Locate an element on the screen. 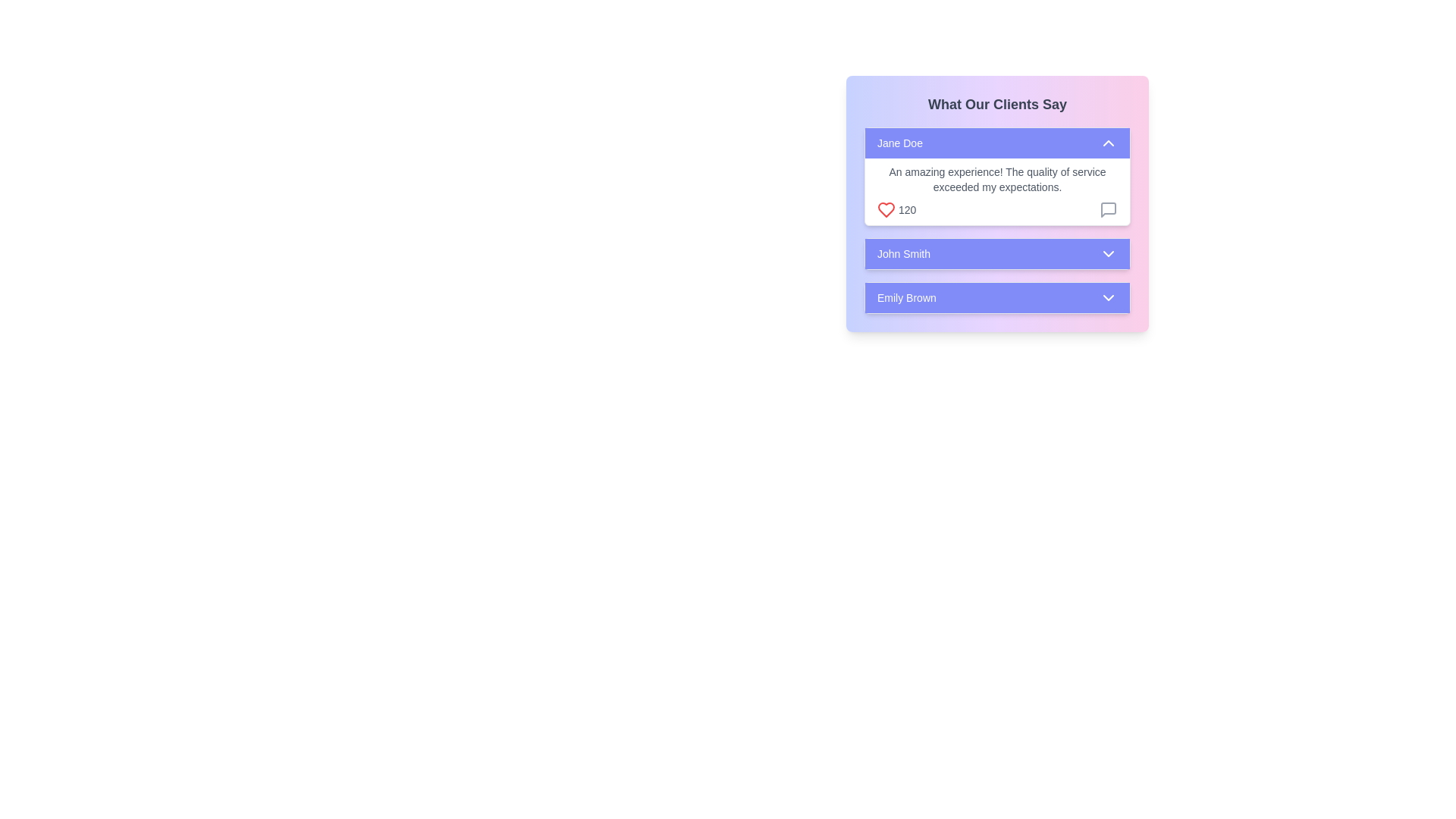 The image size is (1456, 819). the message icon located in the client feedback section next to the feedback from 'Jane Doe' is located at coordinates (1109, 210).